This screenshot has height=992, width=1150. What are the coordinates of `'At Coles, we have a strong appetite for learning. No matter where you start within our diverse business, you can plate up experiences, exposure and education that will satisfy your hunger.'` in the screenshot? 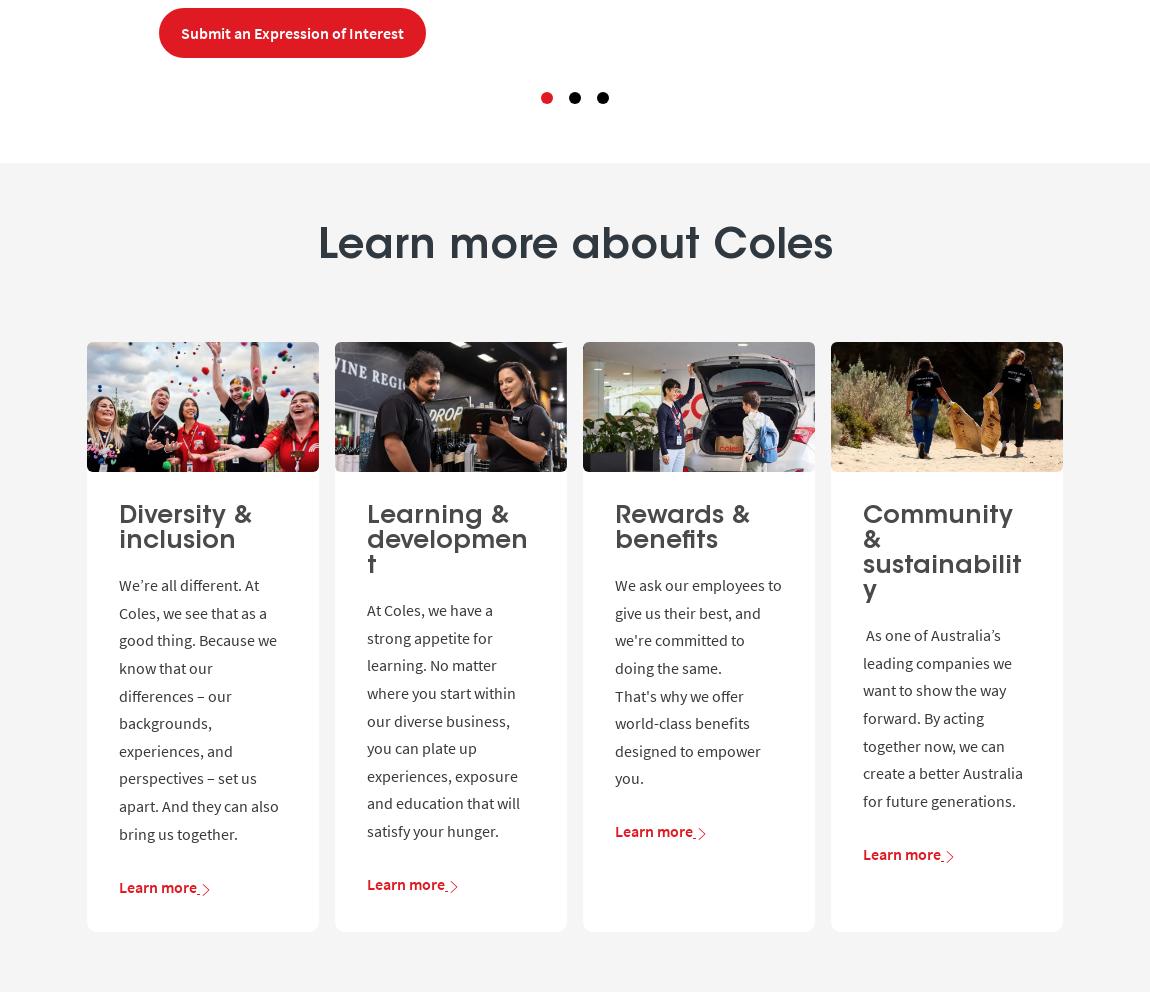 It's located at (366, 720).